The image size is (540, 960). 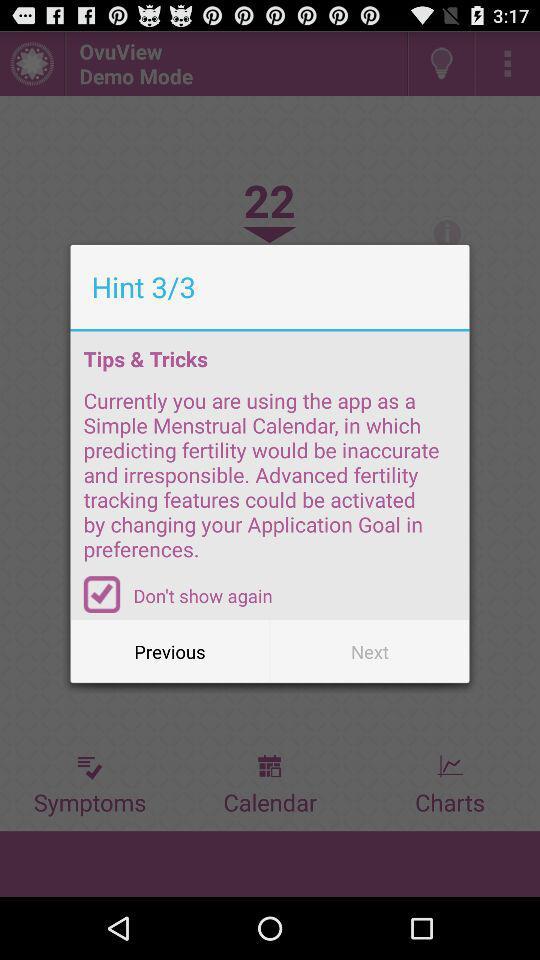 I want to click on the app to the left of don t show, so click(x=102, y=594).